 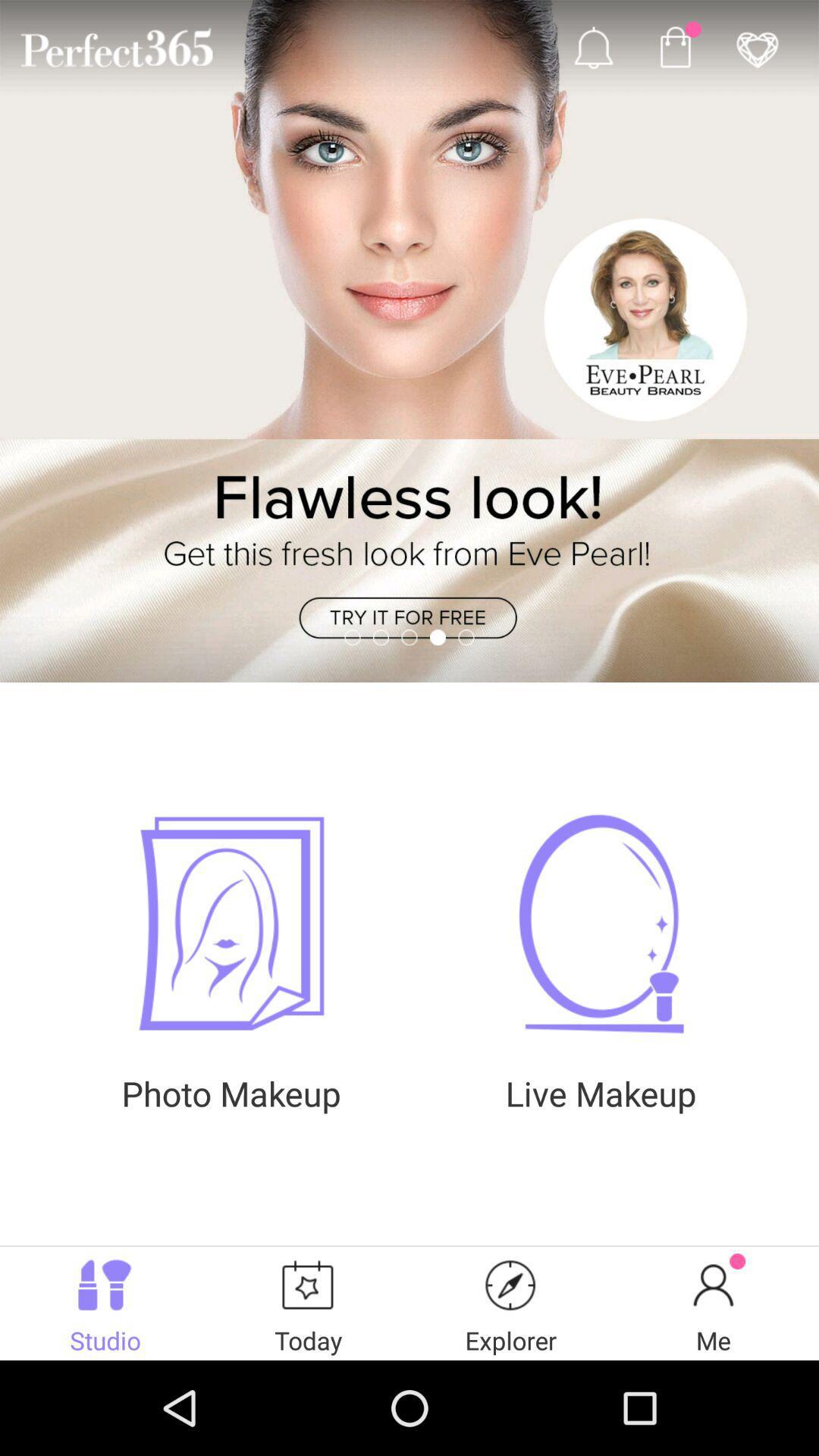 What do you see at coordinates (592, 51) in the screenshot?
I see `the notifications icon` at bounding box center [592, 51].